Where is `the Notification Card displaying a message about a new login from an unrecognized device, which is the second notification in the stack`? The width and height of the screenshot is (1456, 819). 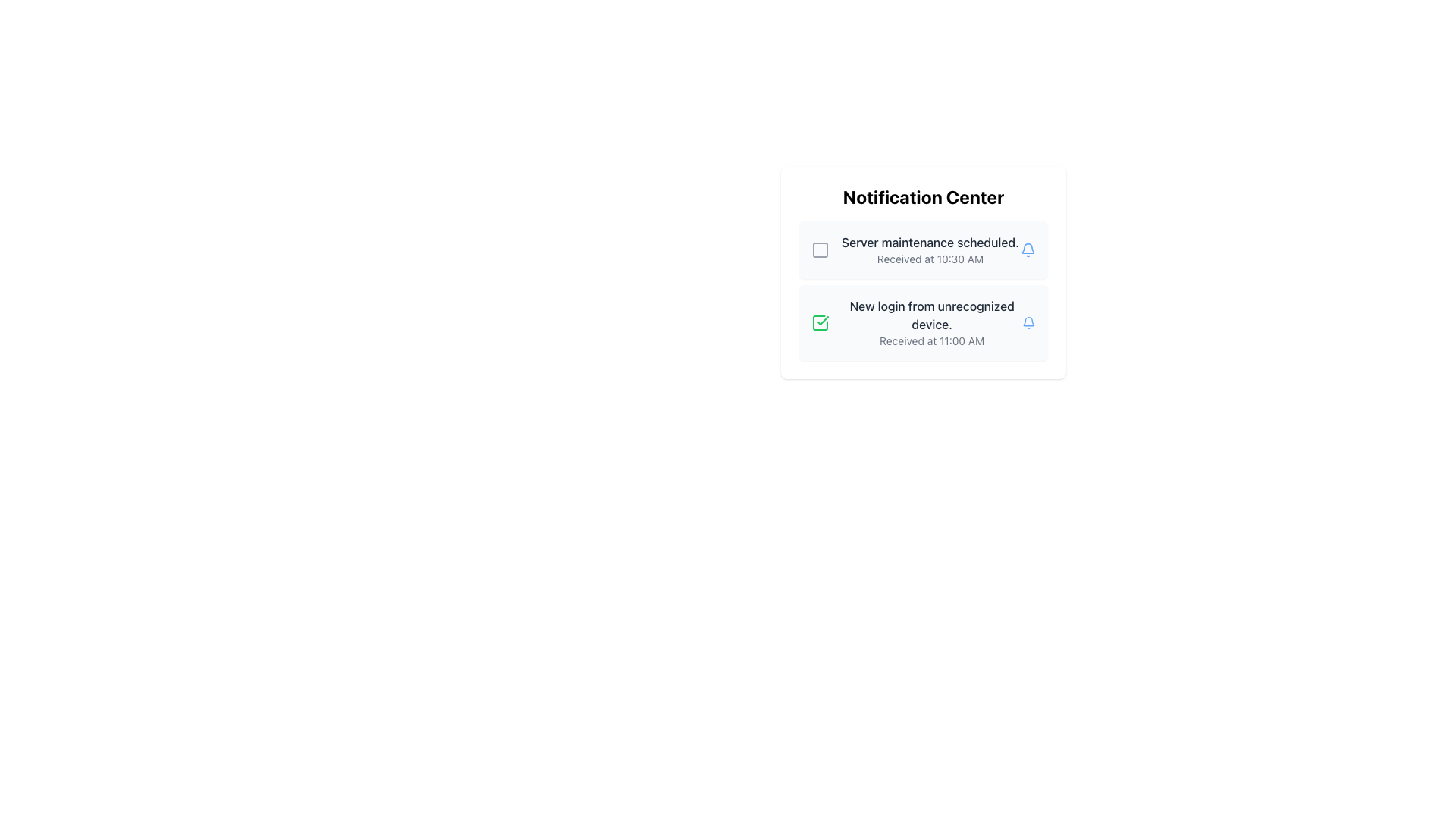
the Notification Card displaying a message about a new login from an unrecognized device, which is the second notification in the stack is located at coordinates (923, 322).